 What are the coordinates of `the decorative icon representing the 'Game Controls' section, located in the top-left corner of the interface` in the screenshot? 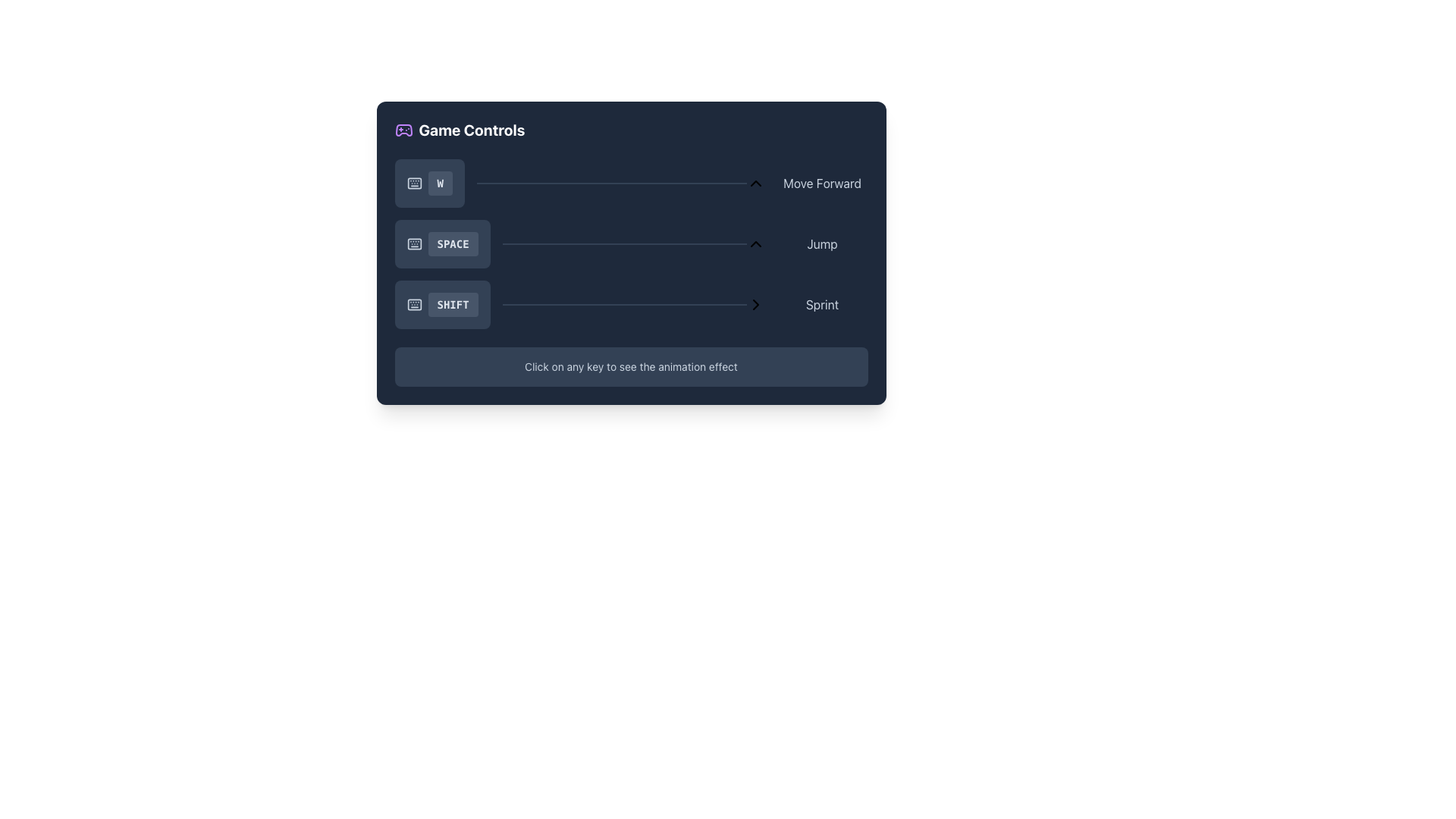 It's located at (403, 130).